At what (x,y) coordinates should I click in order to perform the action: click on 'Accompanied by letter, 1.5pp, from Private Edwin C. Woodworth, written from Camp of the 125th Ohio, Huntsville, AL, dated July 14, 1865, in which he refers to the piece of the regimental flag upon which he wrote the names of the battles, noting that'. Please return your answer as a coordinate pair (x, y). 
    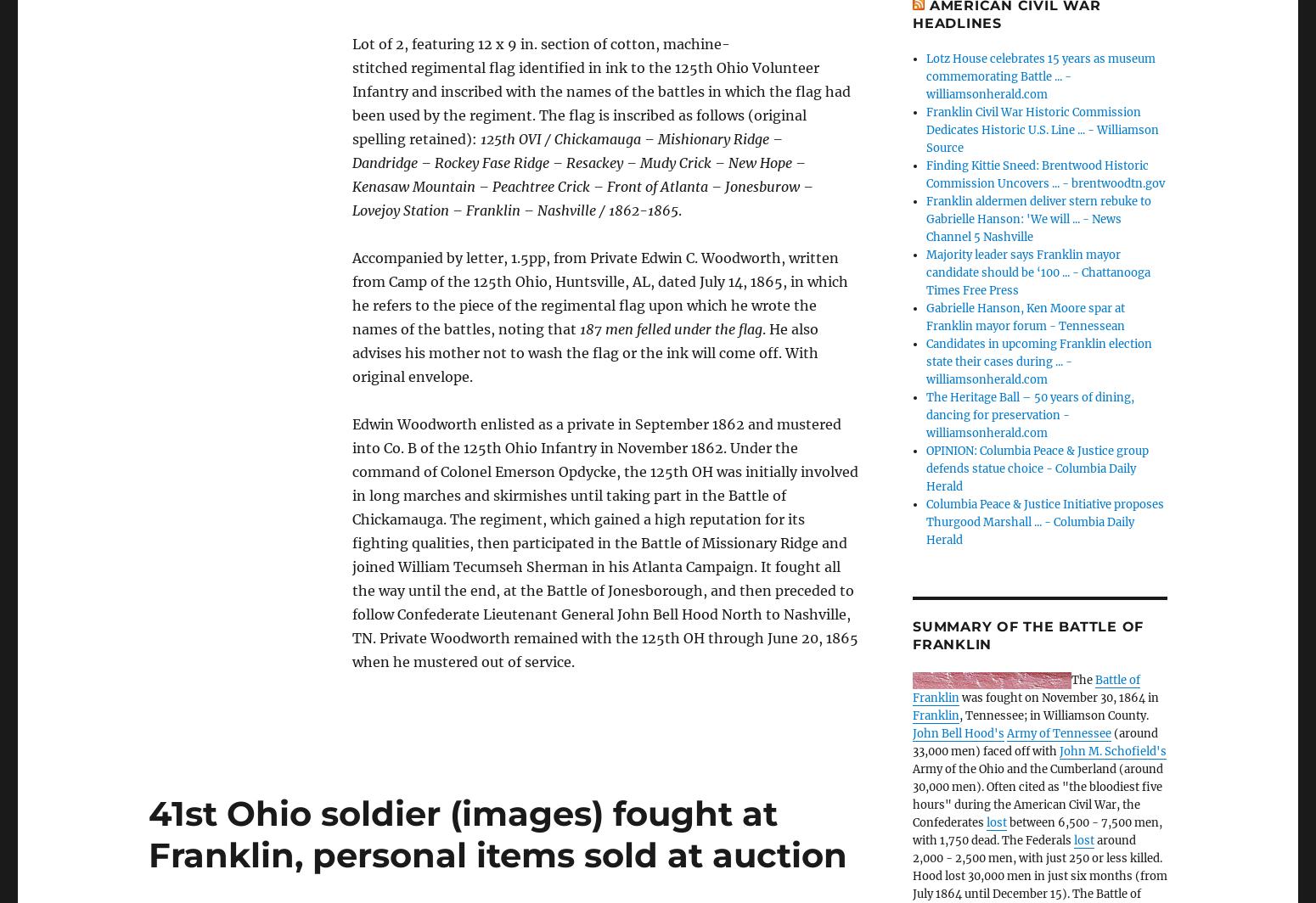
    Looking at the image, I should click on (599, 292).